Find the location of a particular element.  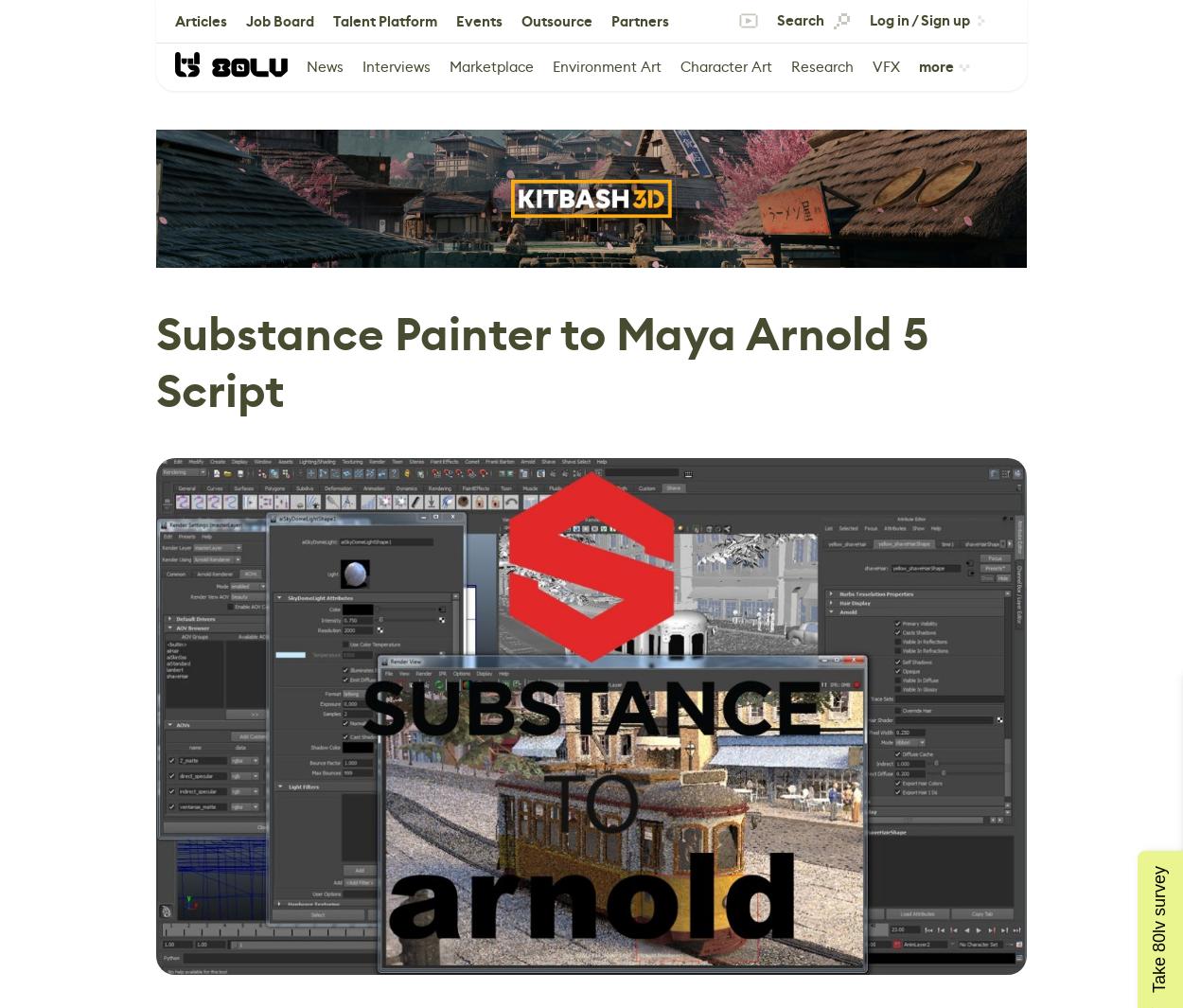

'Outsource' is located at coordinates (556, 20).